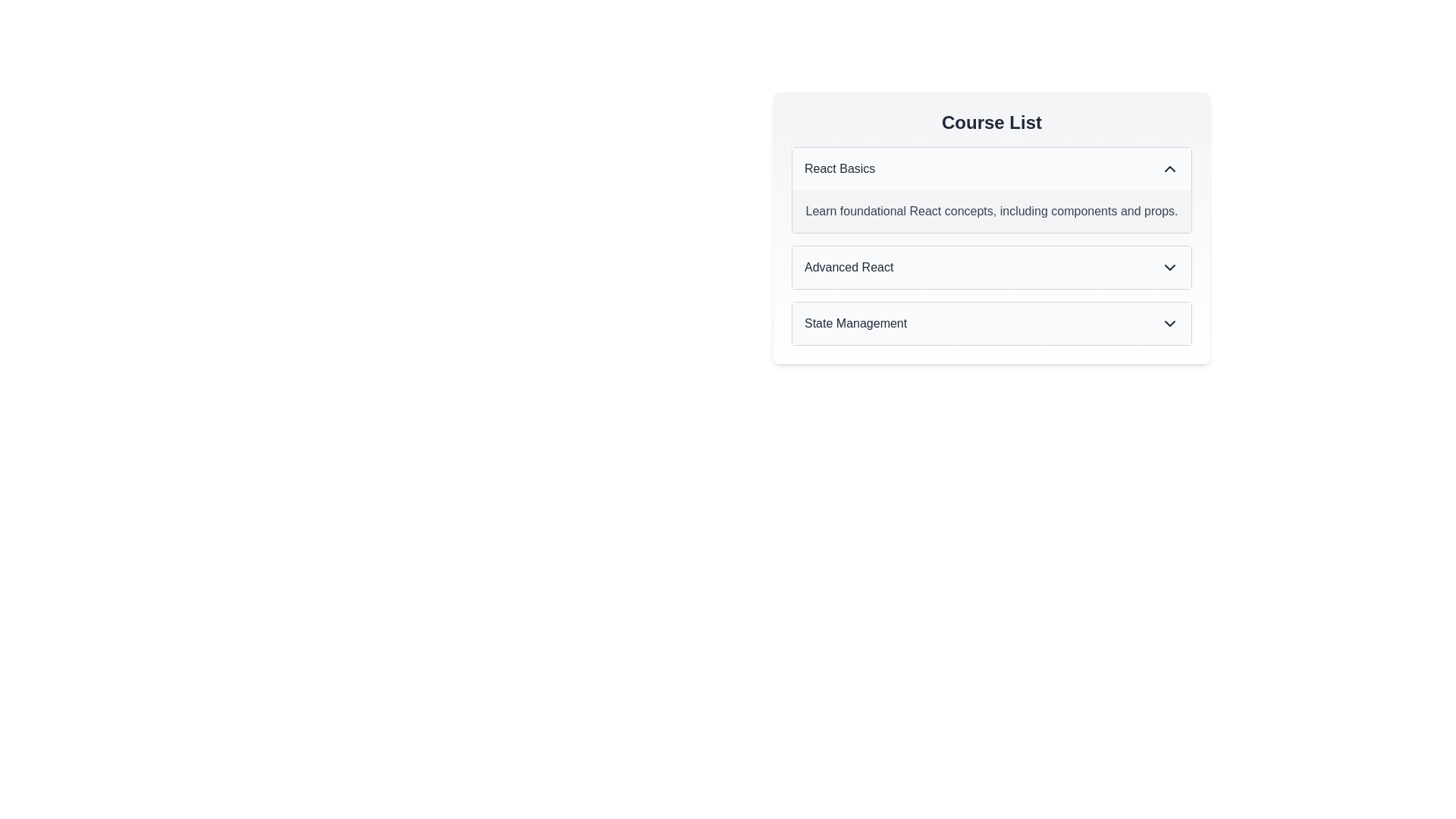 The image size is (1456, 819). I want to click on the collapsible section header for 'Advanced React' located in the second row of the 'Course List', so click(992, 267).